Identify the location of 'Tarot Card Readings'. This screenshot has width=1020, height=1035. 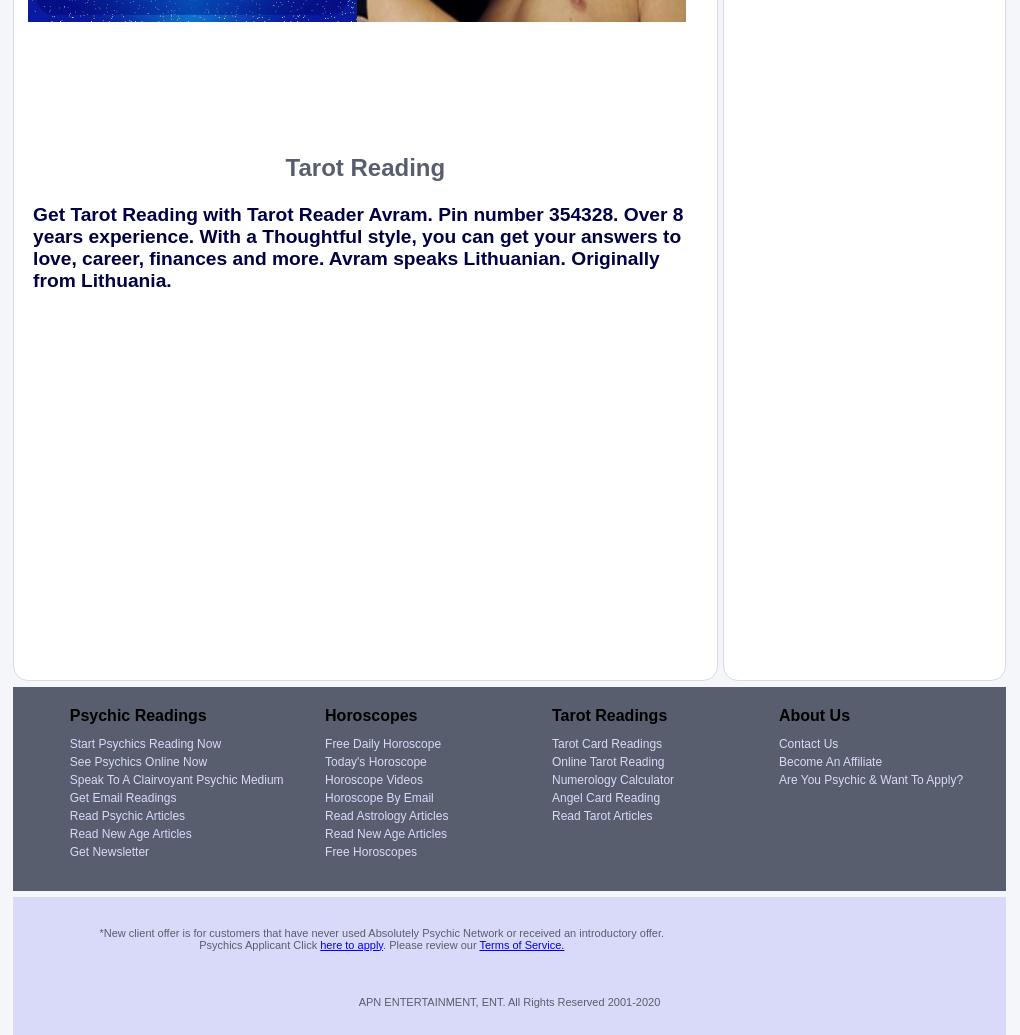
(606, 742).